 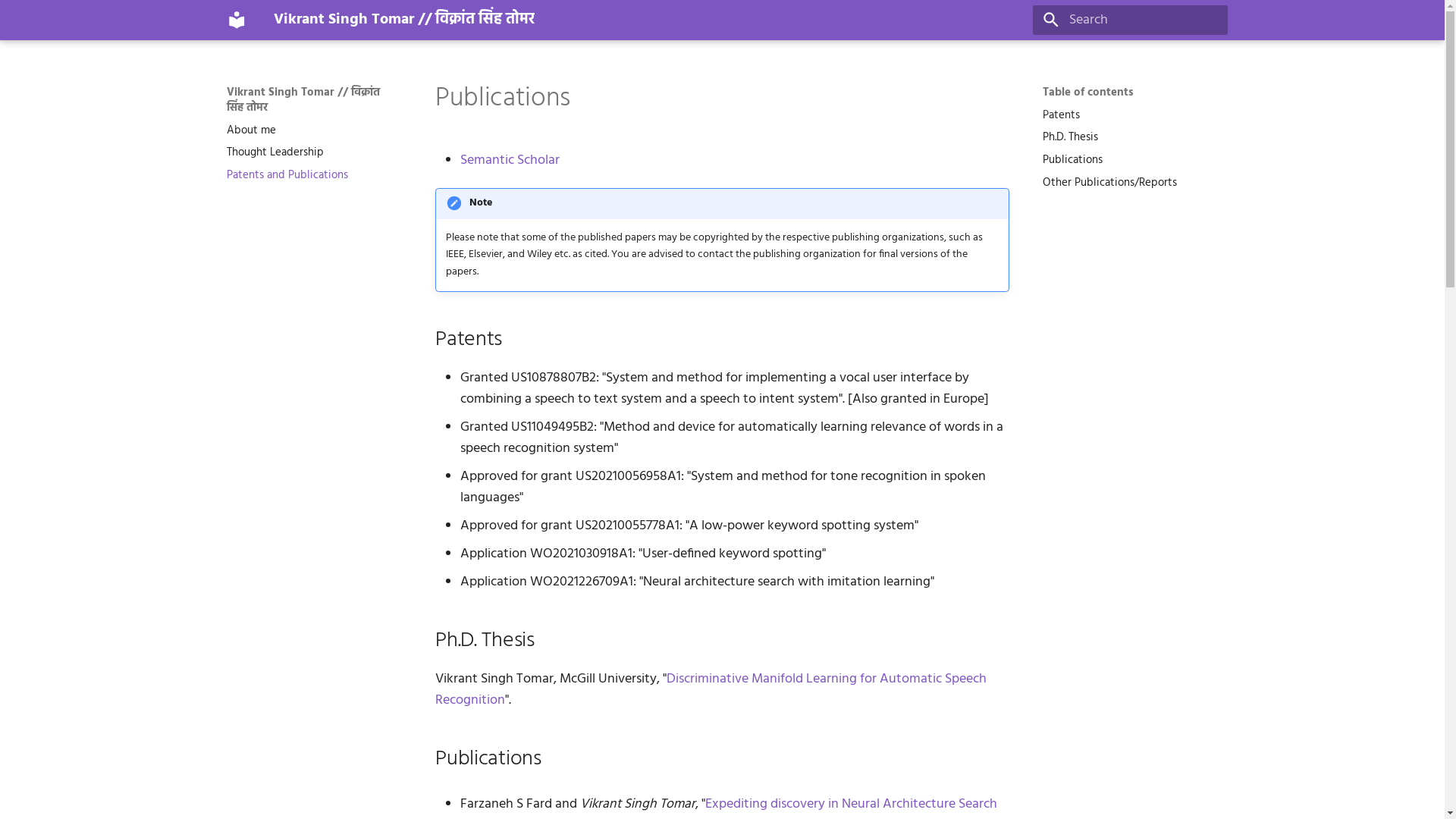 What do you see at coordinates (1128, 181) in the screenshot?
I see `'Other Publications/Reports'` at bounding box center [1128, 181].